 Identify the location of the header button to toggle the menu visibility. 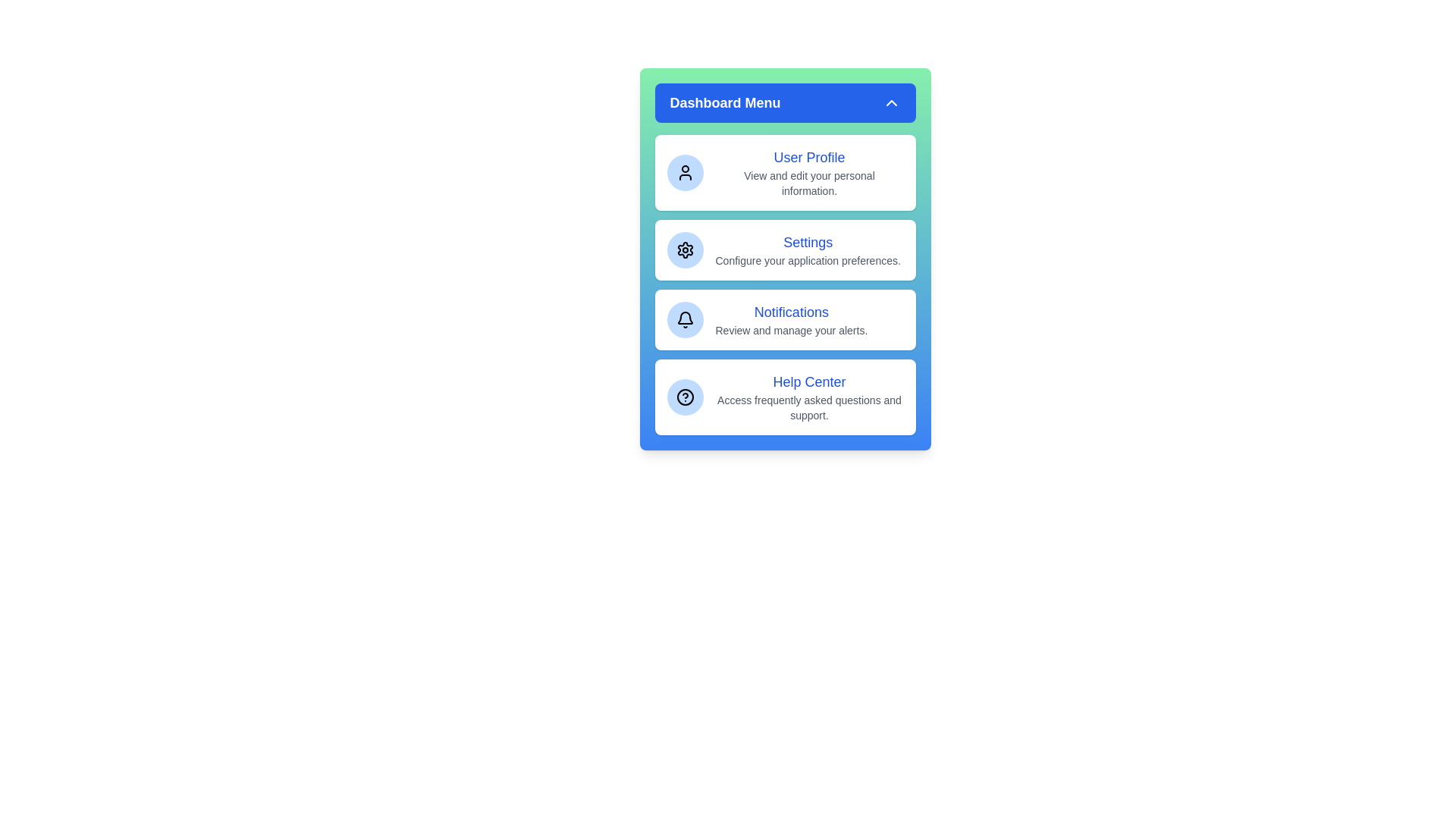
(785, 102).